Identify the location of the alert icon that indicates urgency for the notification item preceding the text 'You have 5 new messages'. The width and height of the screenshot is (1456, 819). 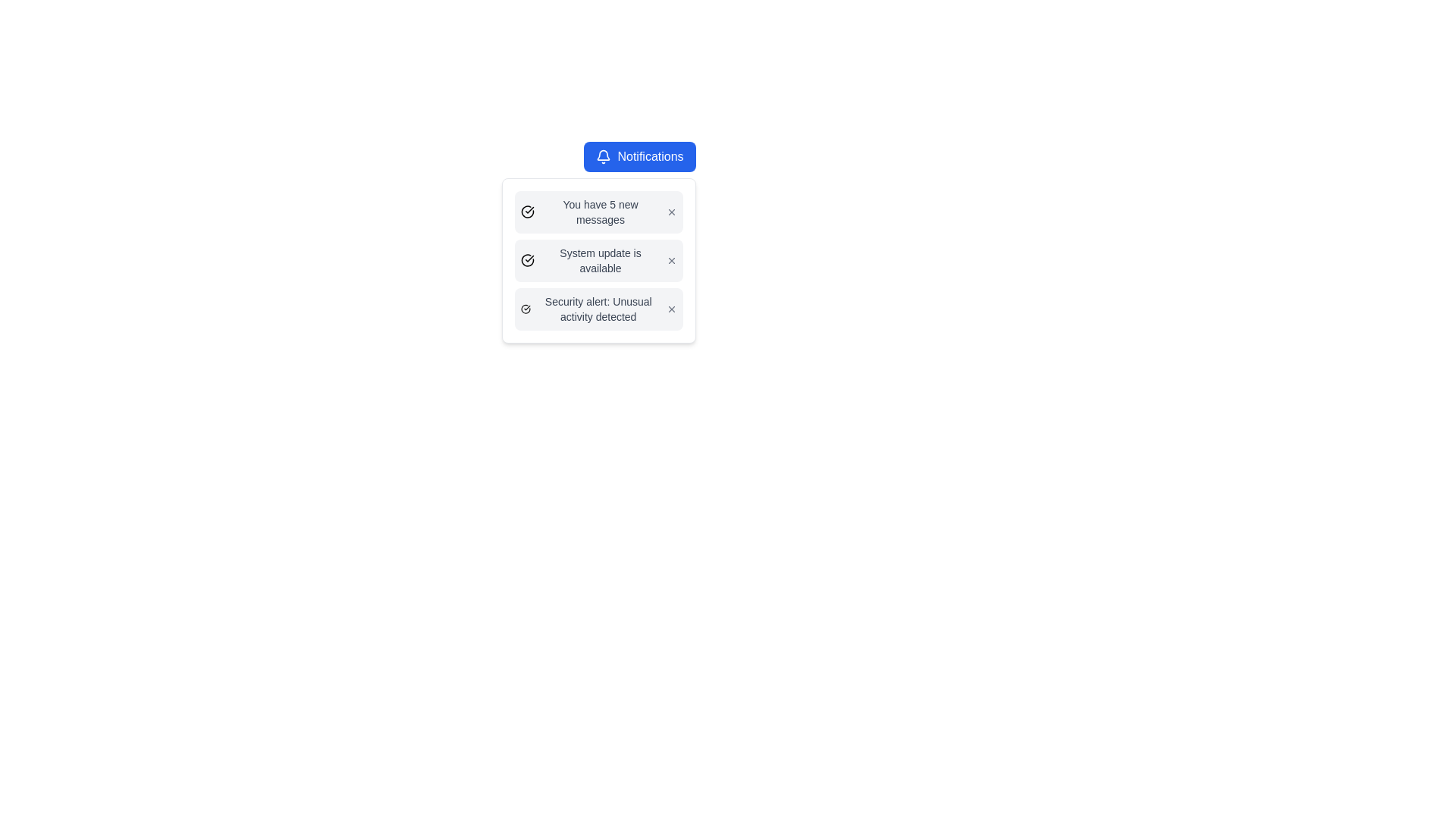
(528, 212).